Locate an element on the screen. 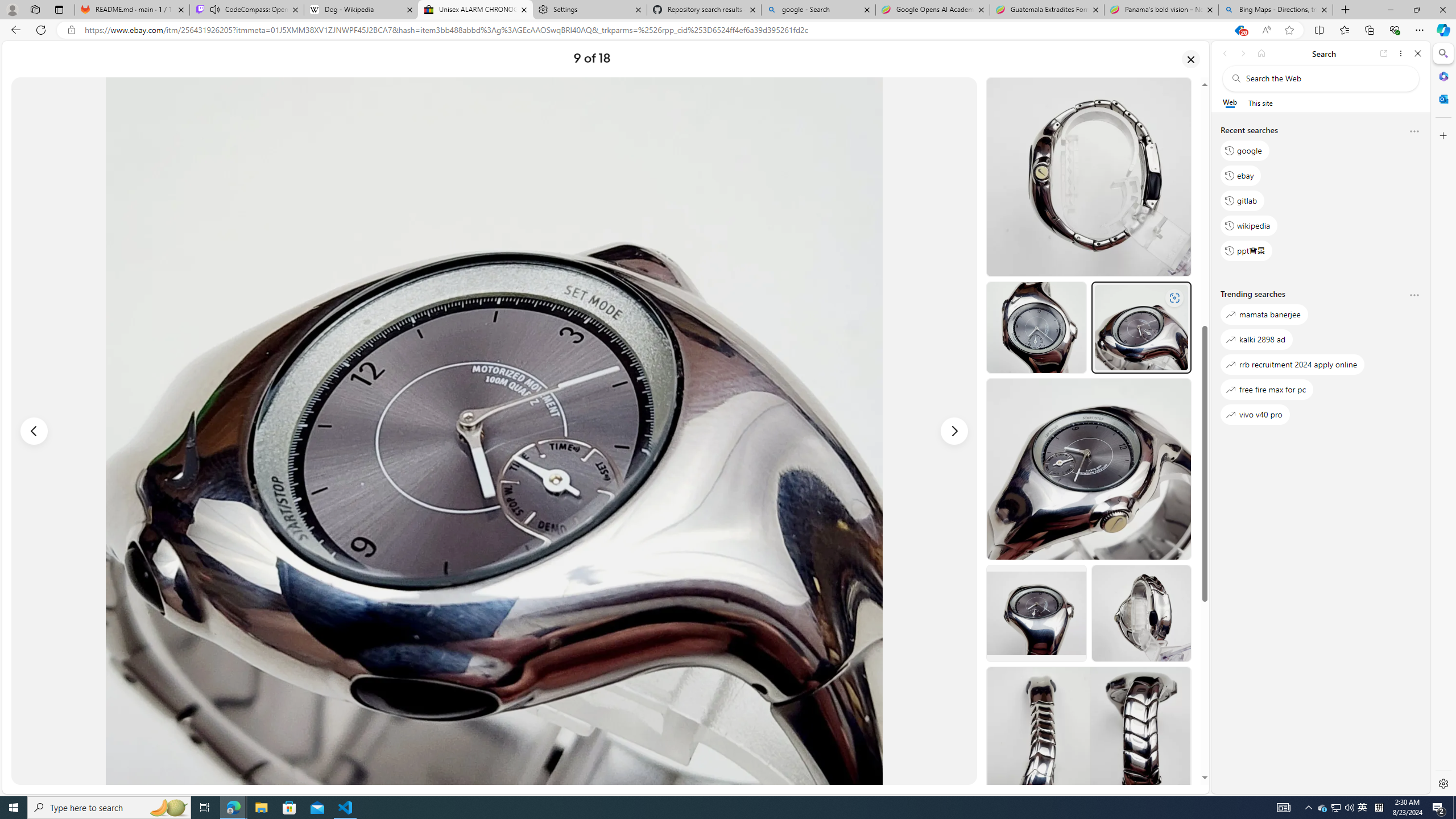 This screenshot has width=1456, height=819. 'Close image gallery dialog' is located at coordinates (1191, 59).